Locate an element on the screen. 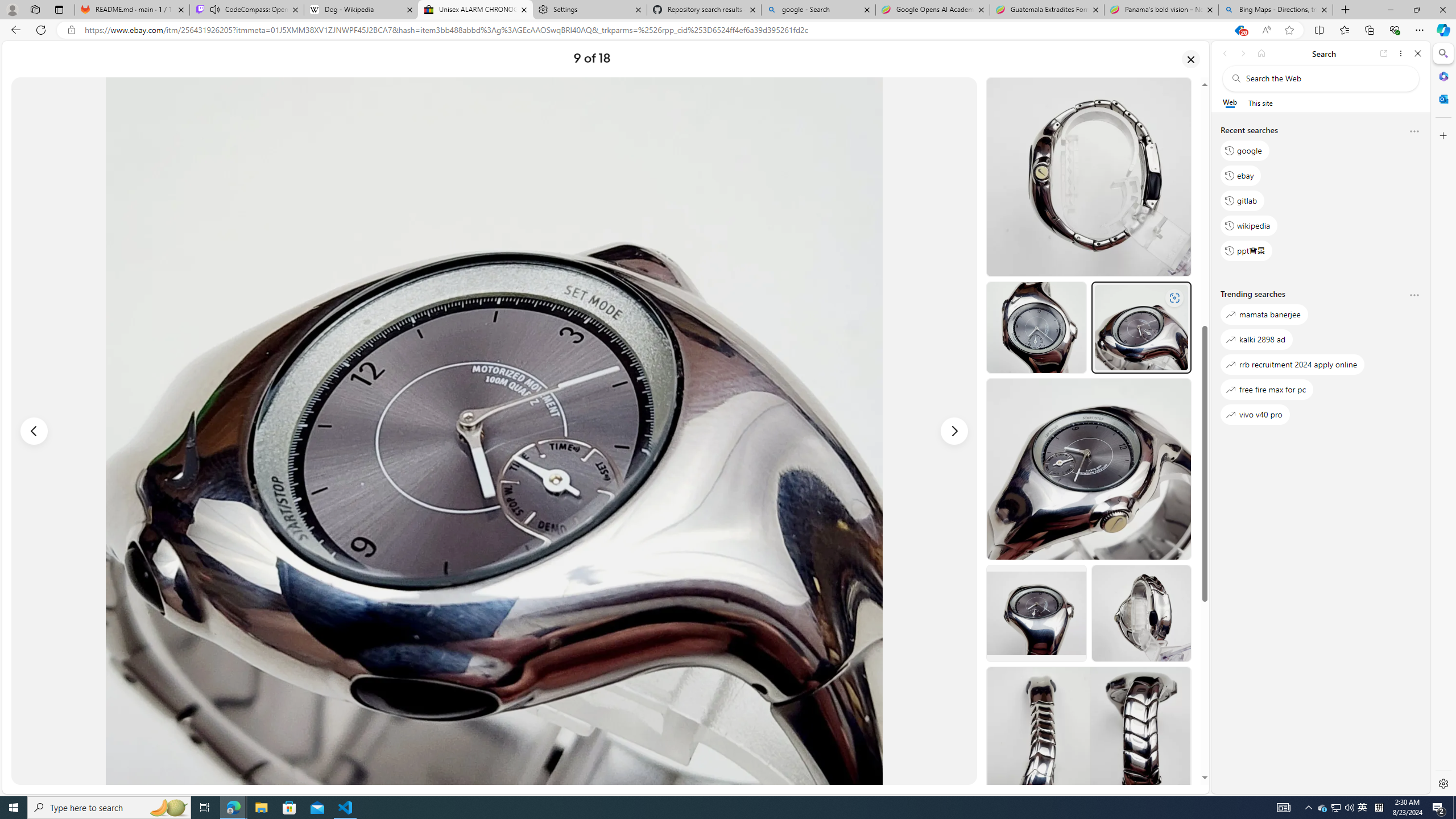 This screenshot has width=1456, height=819. 'Close image gallery dialog' is located at coordinates (1191, 59).